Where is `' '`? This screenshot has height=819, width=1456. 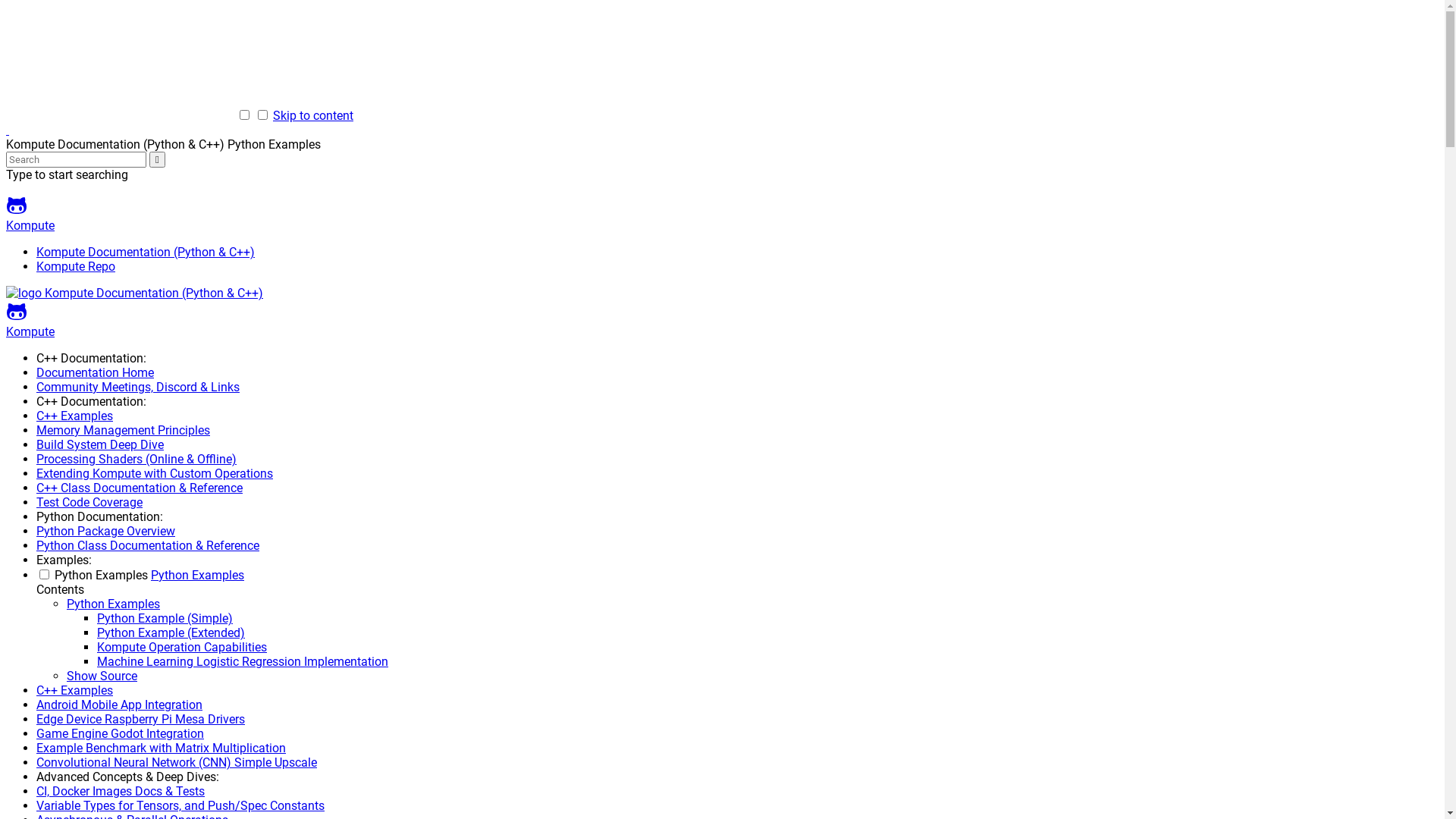 ' ' is located at coordinates (7, 129).